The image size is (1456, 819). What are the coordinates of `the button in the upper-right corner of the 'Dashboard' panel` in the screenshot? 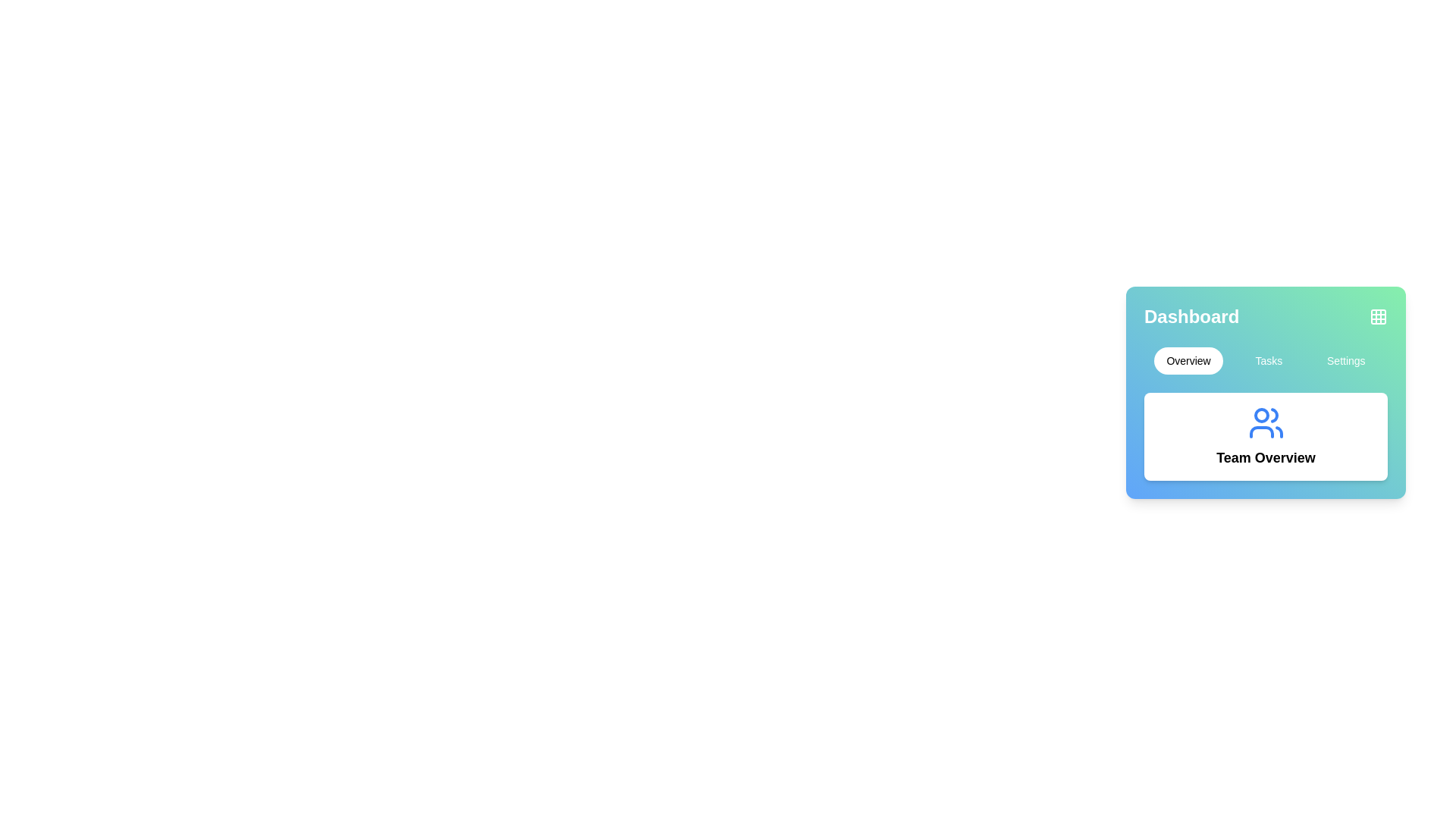 It's located at (1379, 315).